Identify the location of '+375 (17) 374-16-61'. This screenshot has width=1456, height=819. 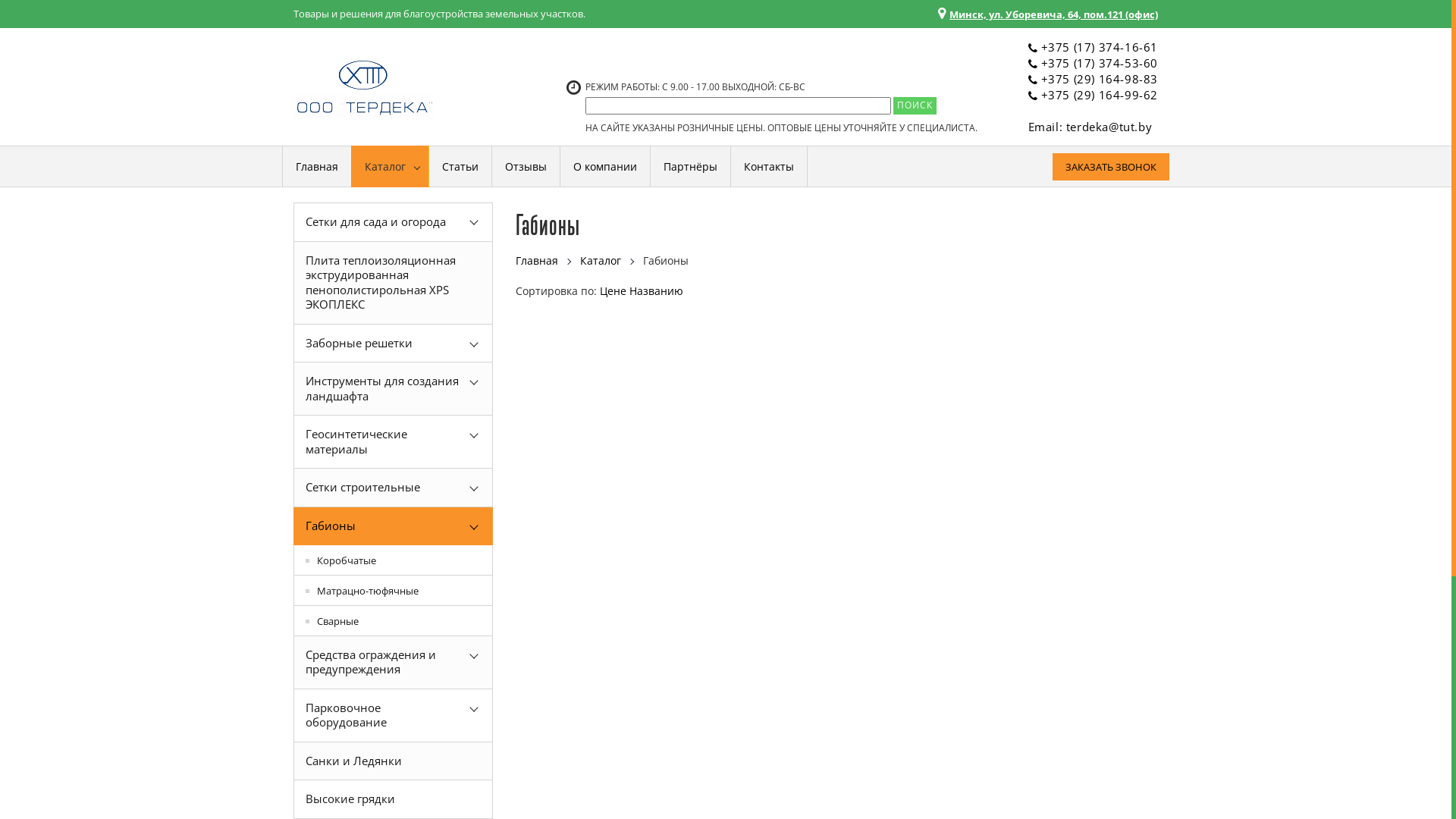
(1099, 45).